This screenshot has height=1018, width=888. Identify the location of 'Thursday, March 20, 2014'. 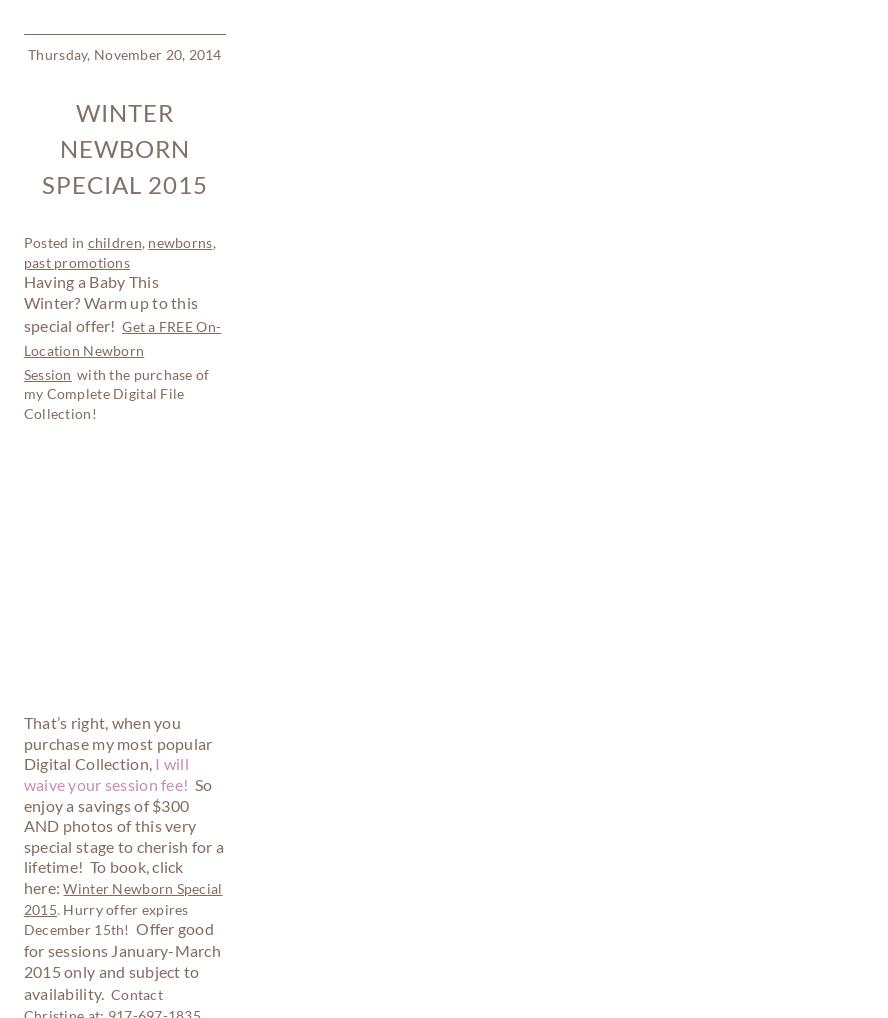
(41, 563).